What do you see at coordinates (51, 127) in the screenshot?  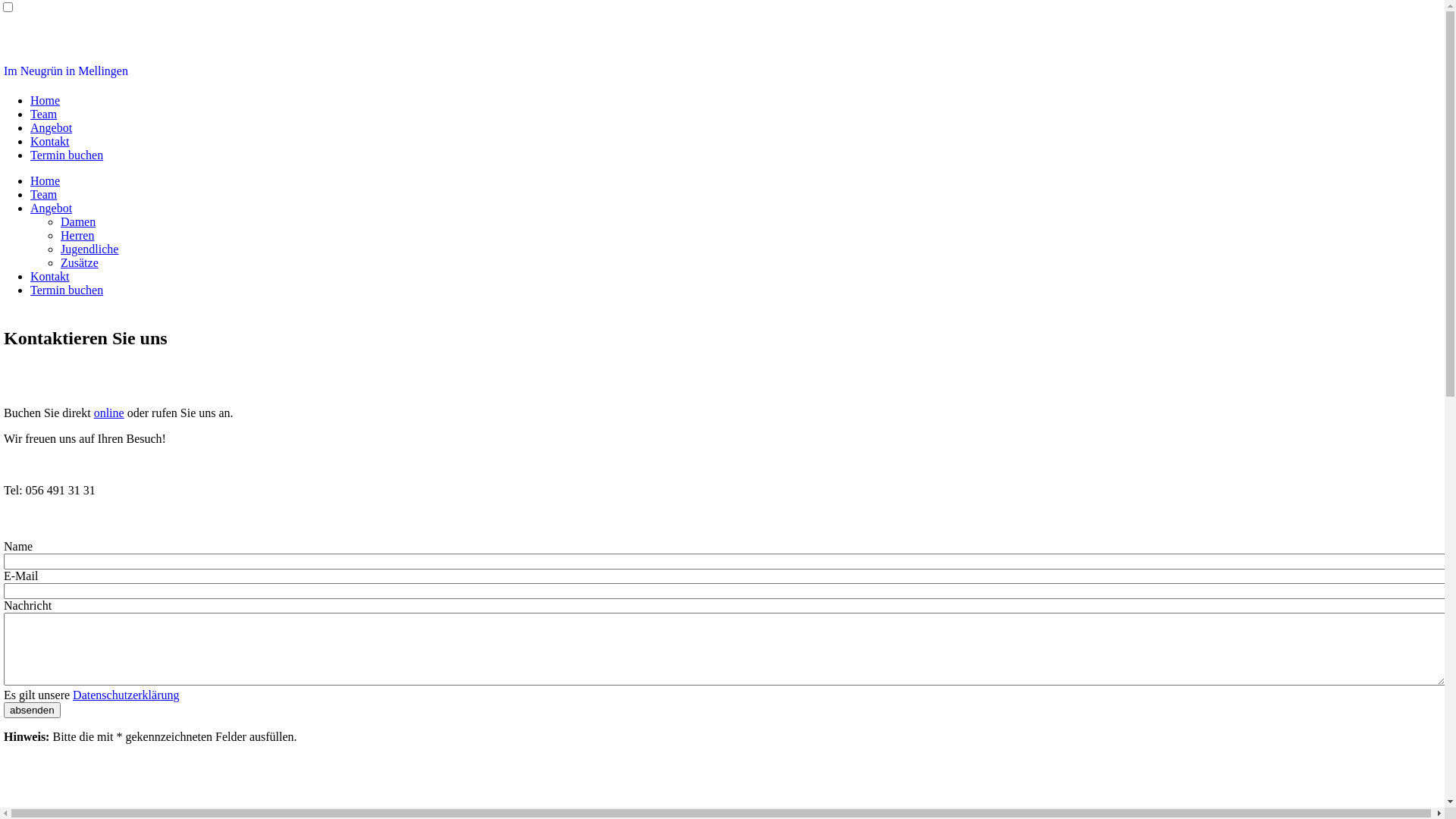 I see `'Angebot'` at bounding box center [51, 127].